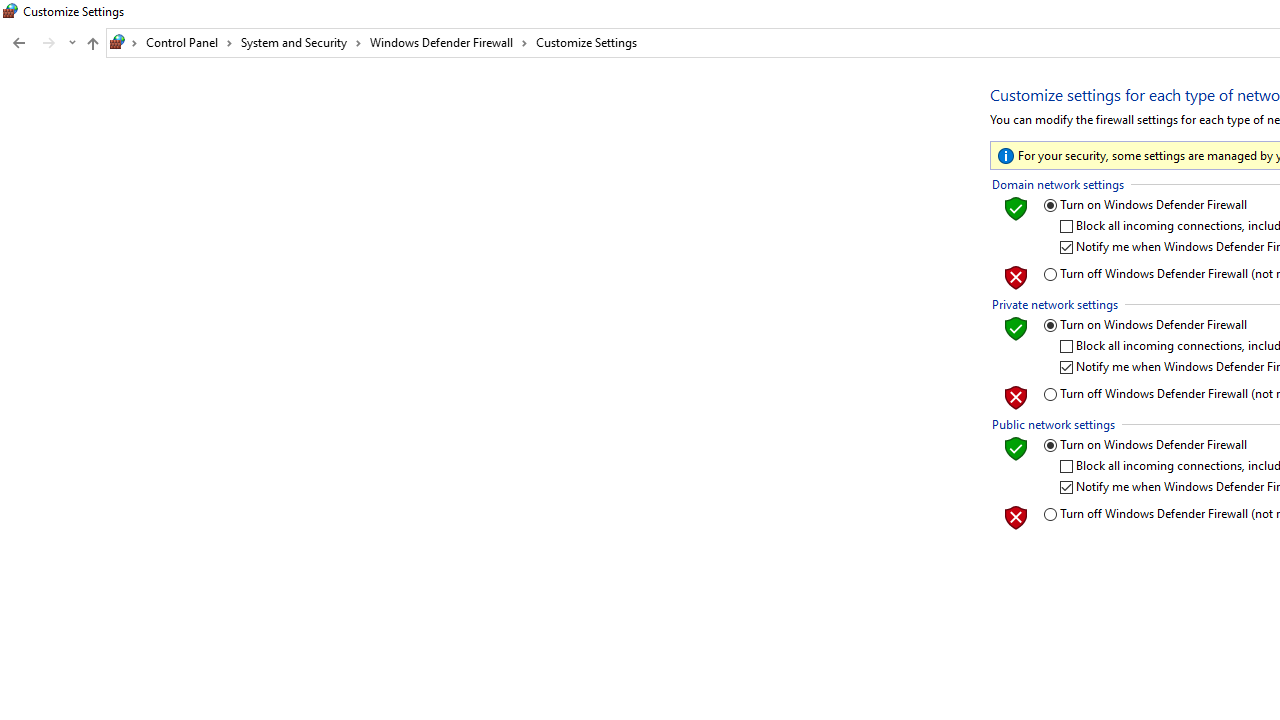 This screenshot has height=720, width=1280. Describe the element at coordinates (189, 42) in the screenshot. I see `'Control Panel'` at that location.